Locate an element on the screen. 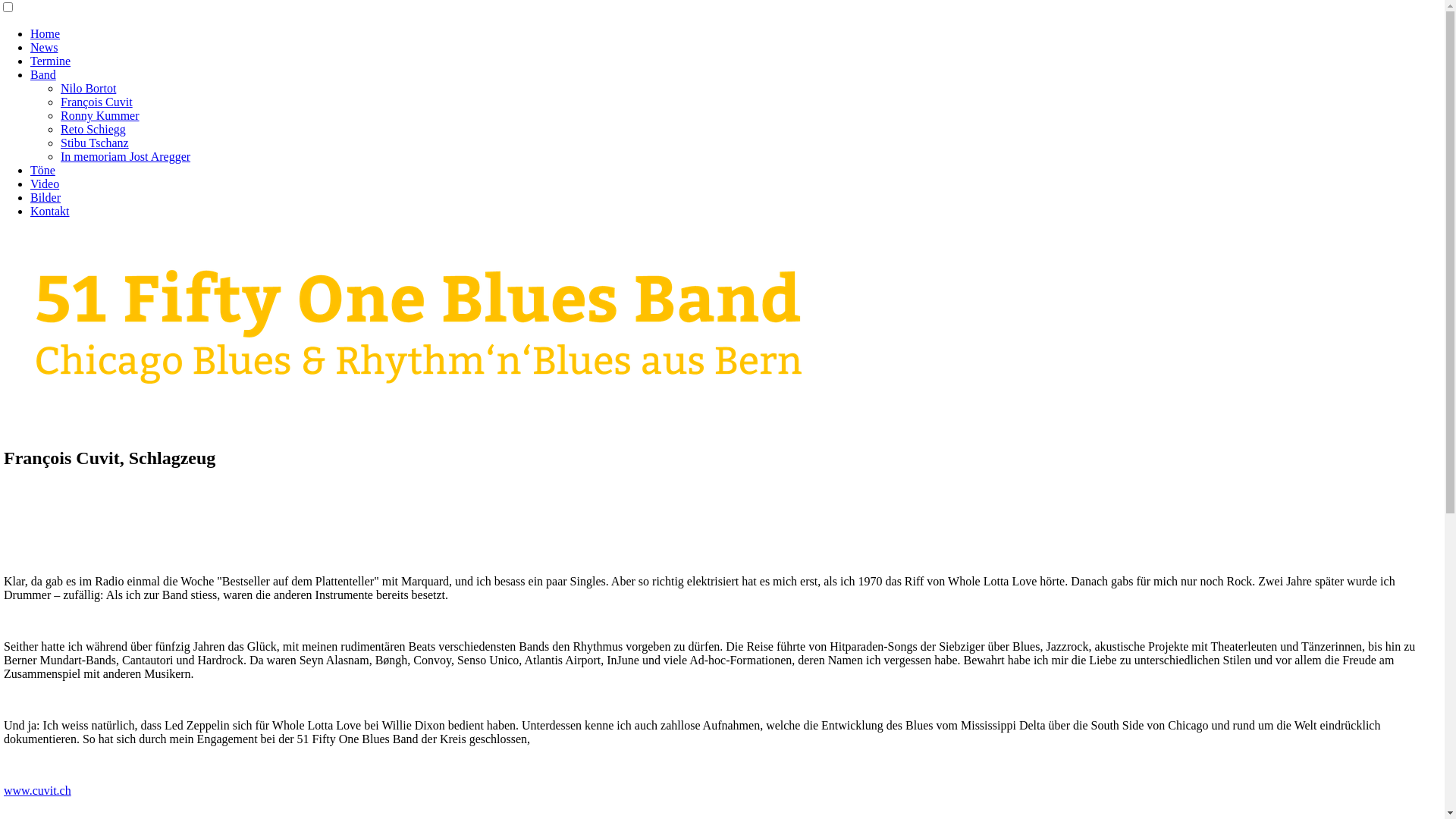 This screenshot has height=819, width=1456. 'Bilder' is located at coordinates (30, 196).